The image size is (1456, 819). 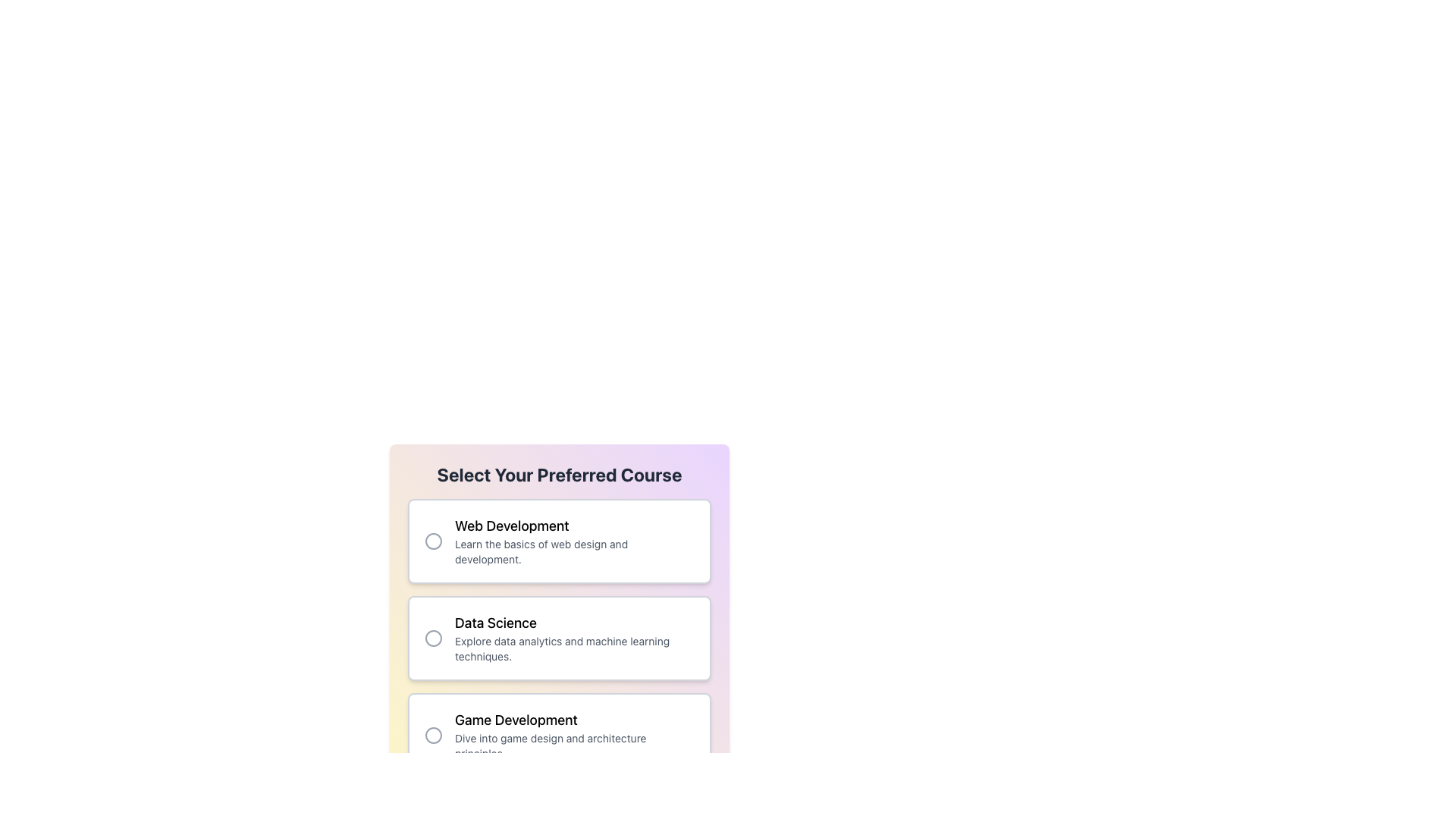 I want to click on the 'Data Science' interactive card, so click(x=559, y=638).